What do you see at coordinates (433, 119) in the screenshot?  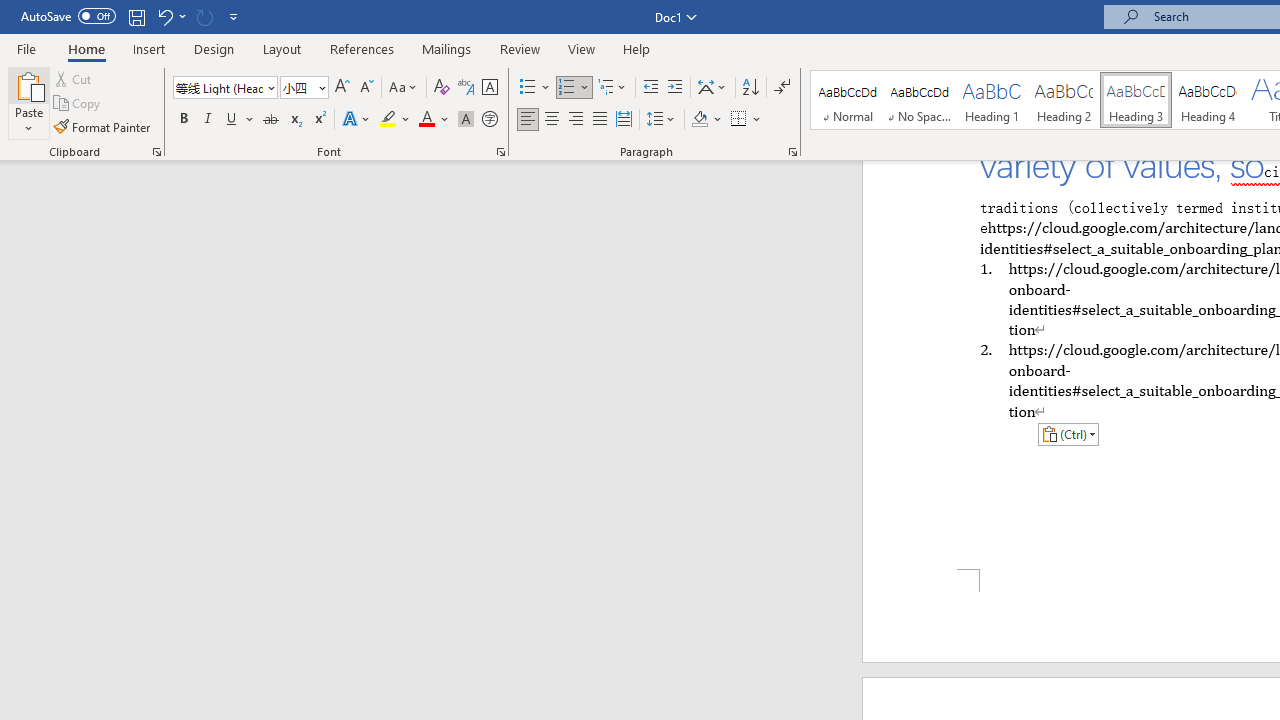 I see `'Font Color'` at bounding box center [433, 119].